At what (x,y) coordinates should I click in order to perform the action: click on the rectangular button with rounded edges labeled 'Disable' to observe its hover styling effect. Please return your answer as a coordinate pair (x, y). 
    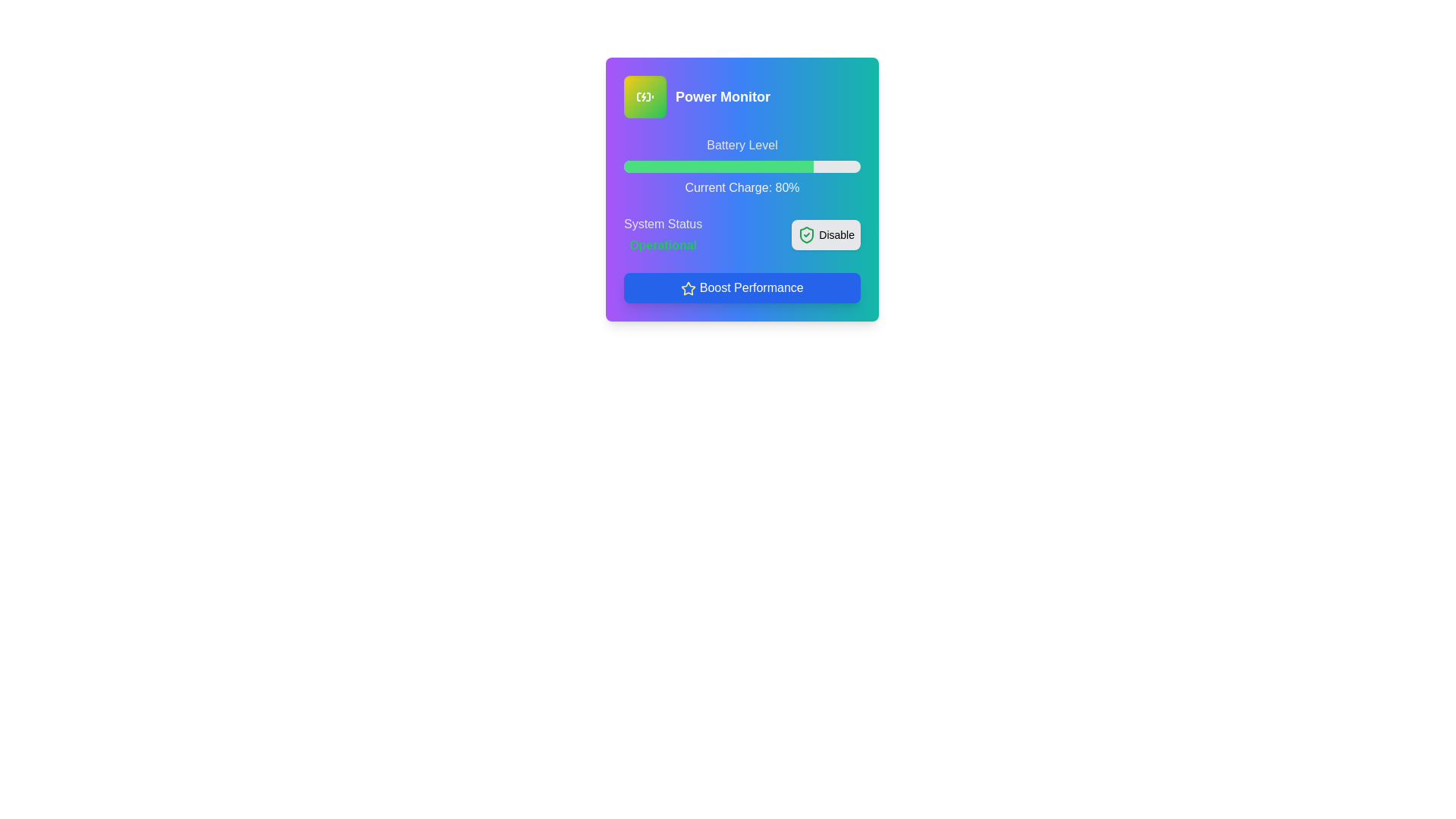
    Looking at the image, I should click on (825, 234).